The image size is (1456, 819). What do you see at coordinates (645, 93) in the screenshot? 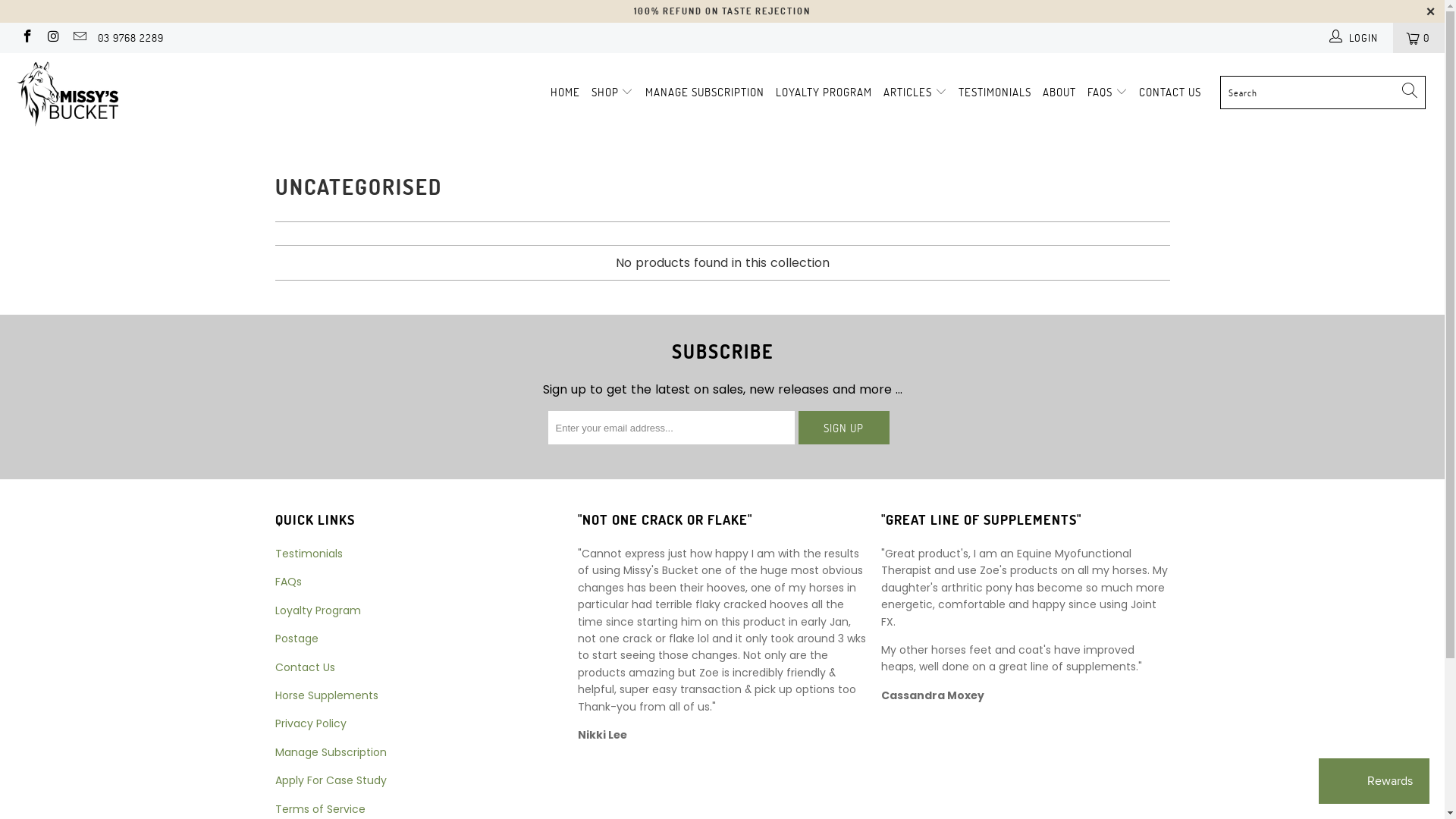
I see `'MANAGE SUBSCRIPTION'` at bounding box center [645, 93].